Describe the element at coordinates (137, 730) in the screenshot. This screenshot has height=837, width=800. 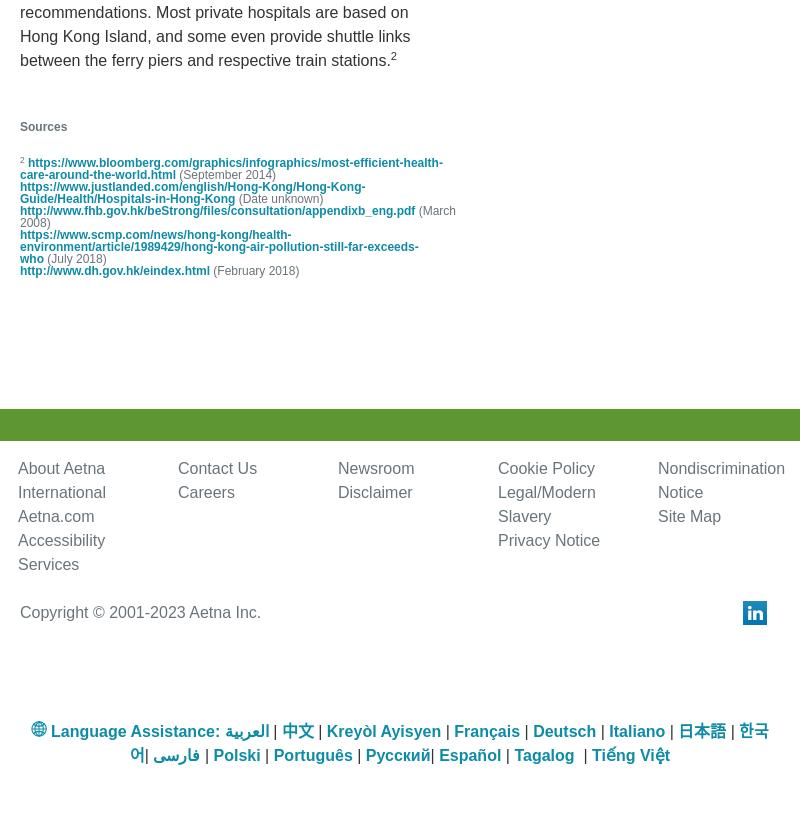
I see `'Language Assistance:'` at that location.